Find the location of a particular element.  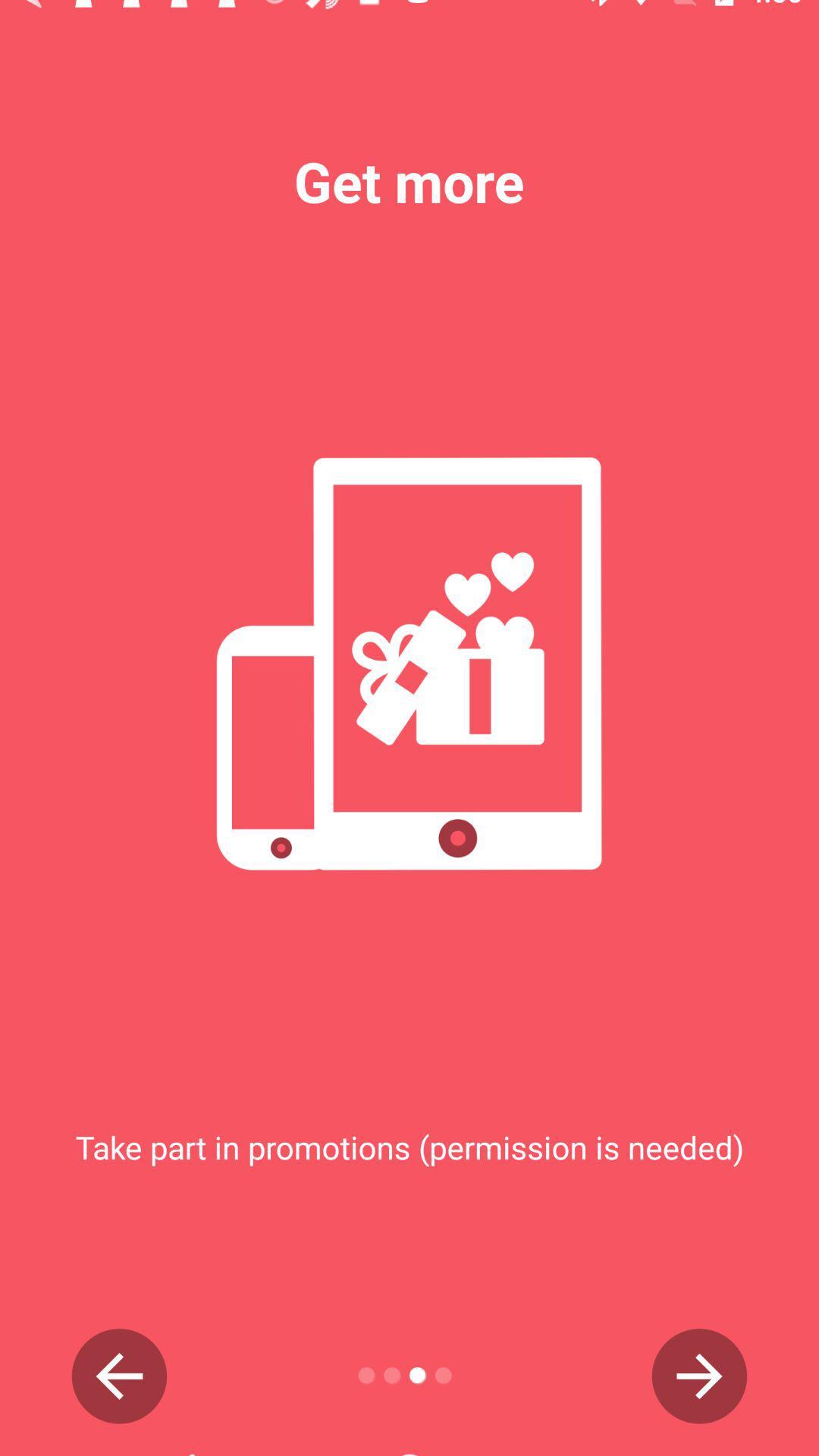

previous is located at coordinates (118, 1376).